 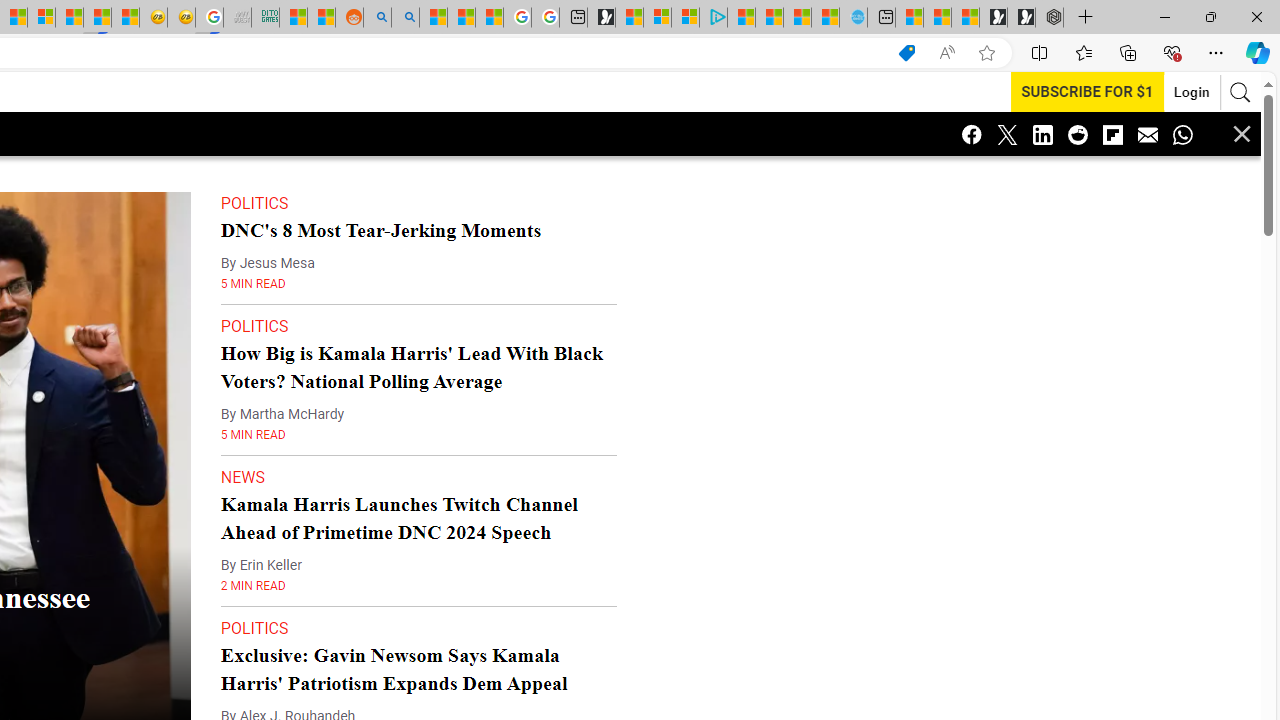 What do you see at coordinates (292, 17) in the screenshot?
I see `'MSNBC - MSN'` at bounding box center [292, 17].